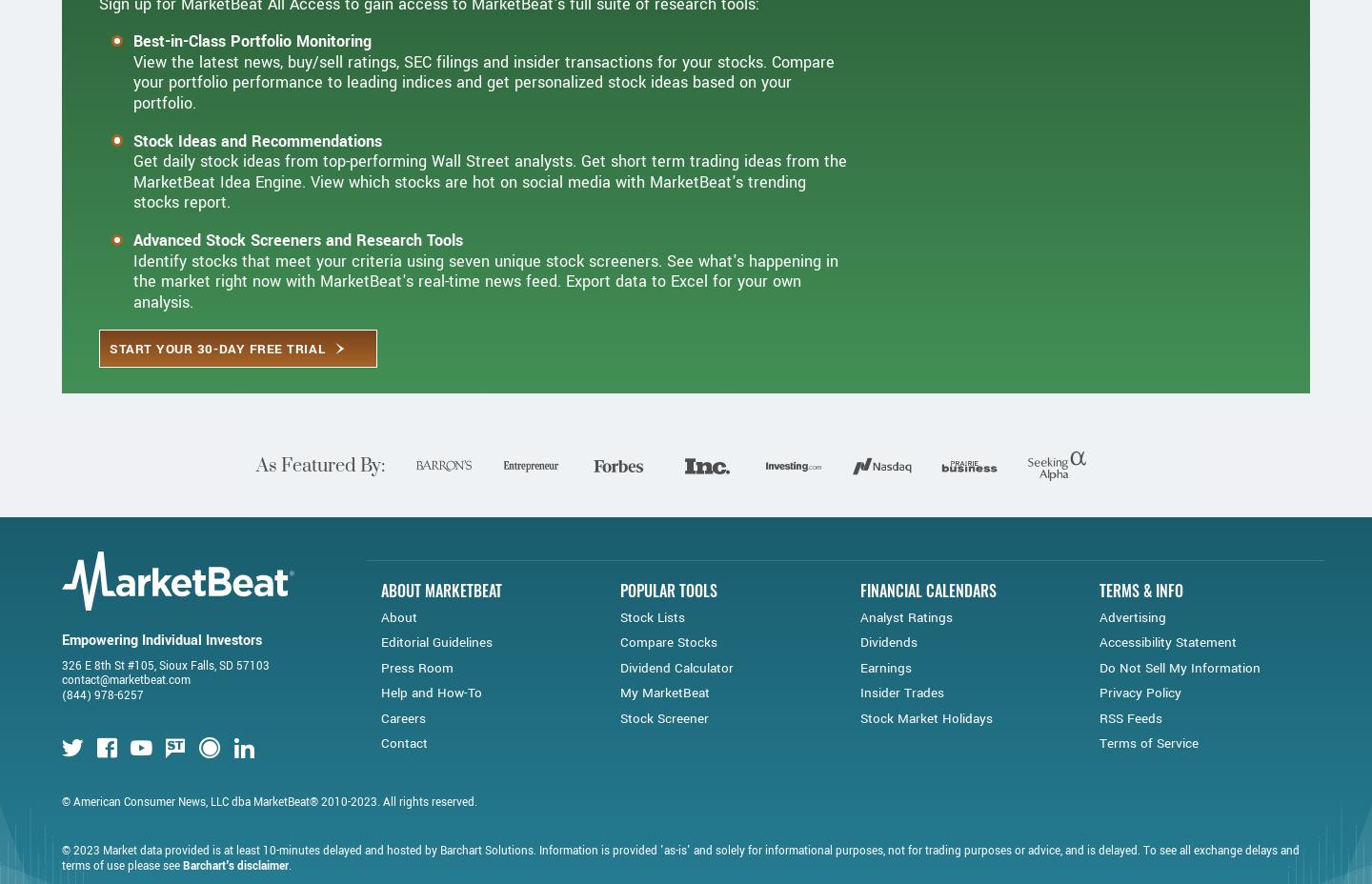  Describe the element at coordinates (905, 677) in the screenshot. I see `'Analyst Ratings'` at that location.